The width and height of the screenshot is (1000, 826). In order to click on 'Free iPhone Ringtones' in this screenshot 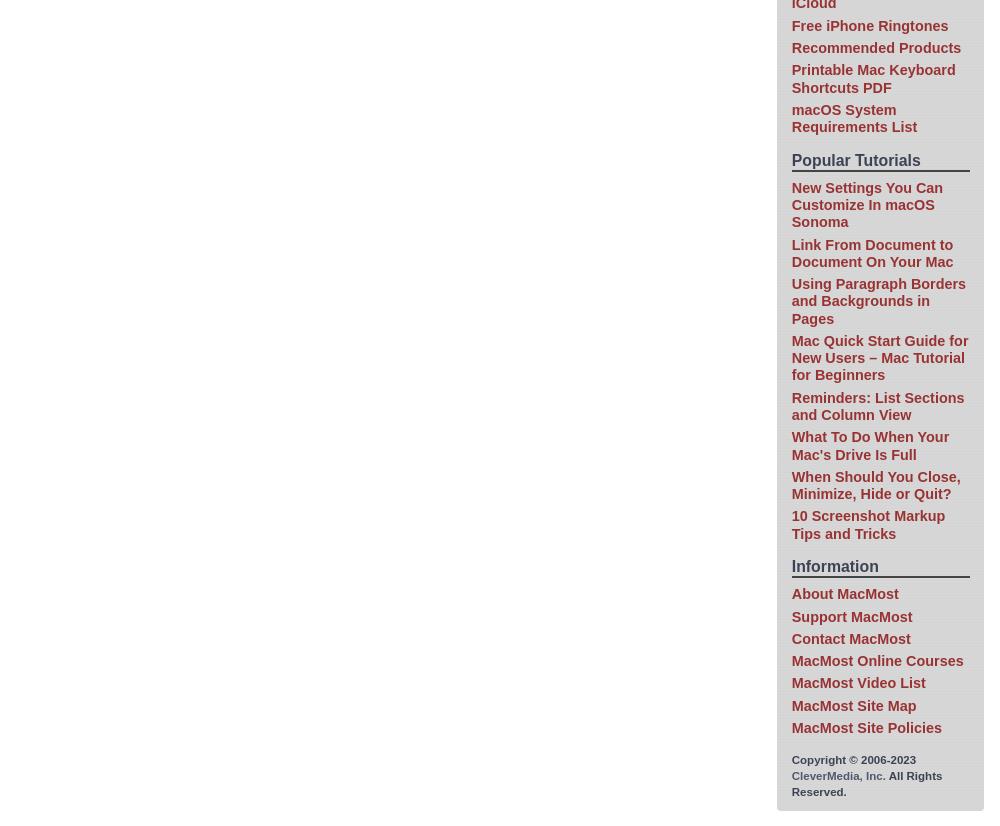, I will do `click(791, 25)`.